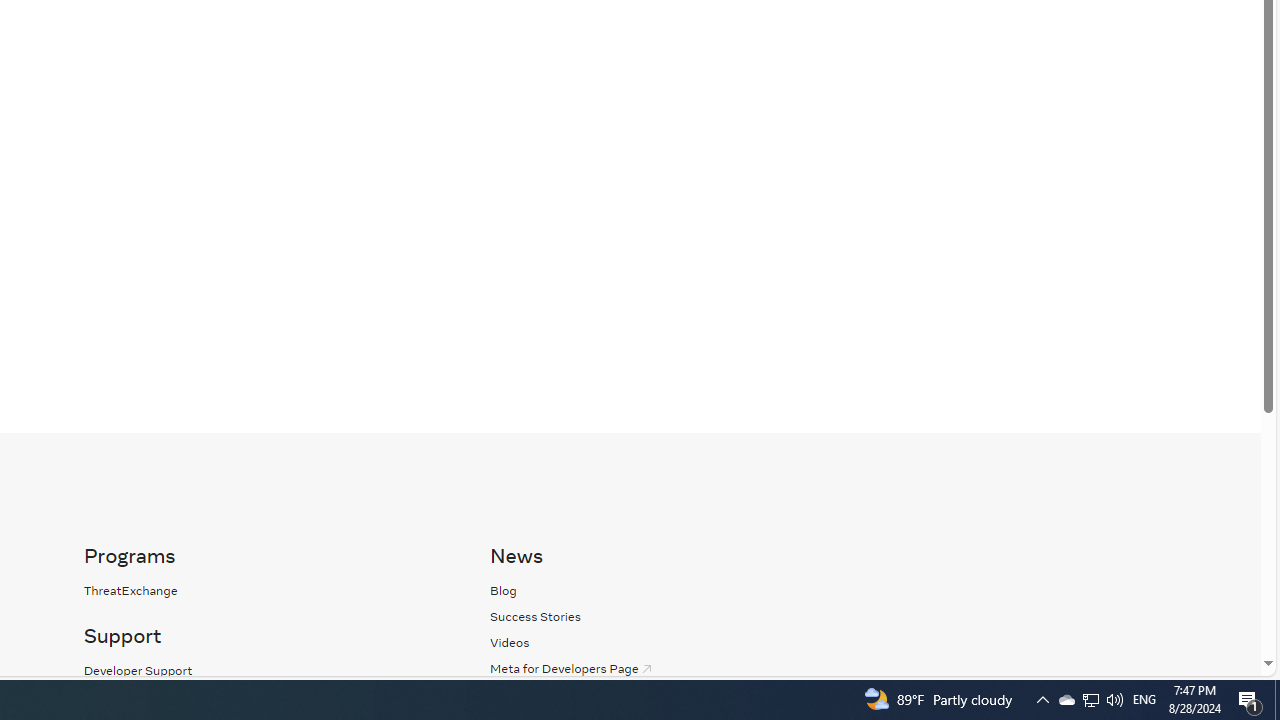 The height and width of the screenshot is (720, 1280). Describe the element at coordinates (535, 615) in the screenshot. I see `'Success Stories'` at that location.